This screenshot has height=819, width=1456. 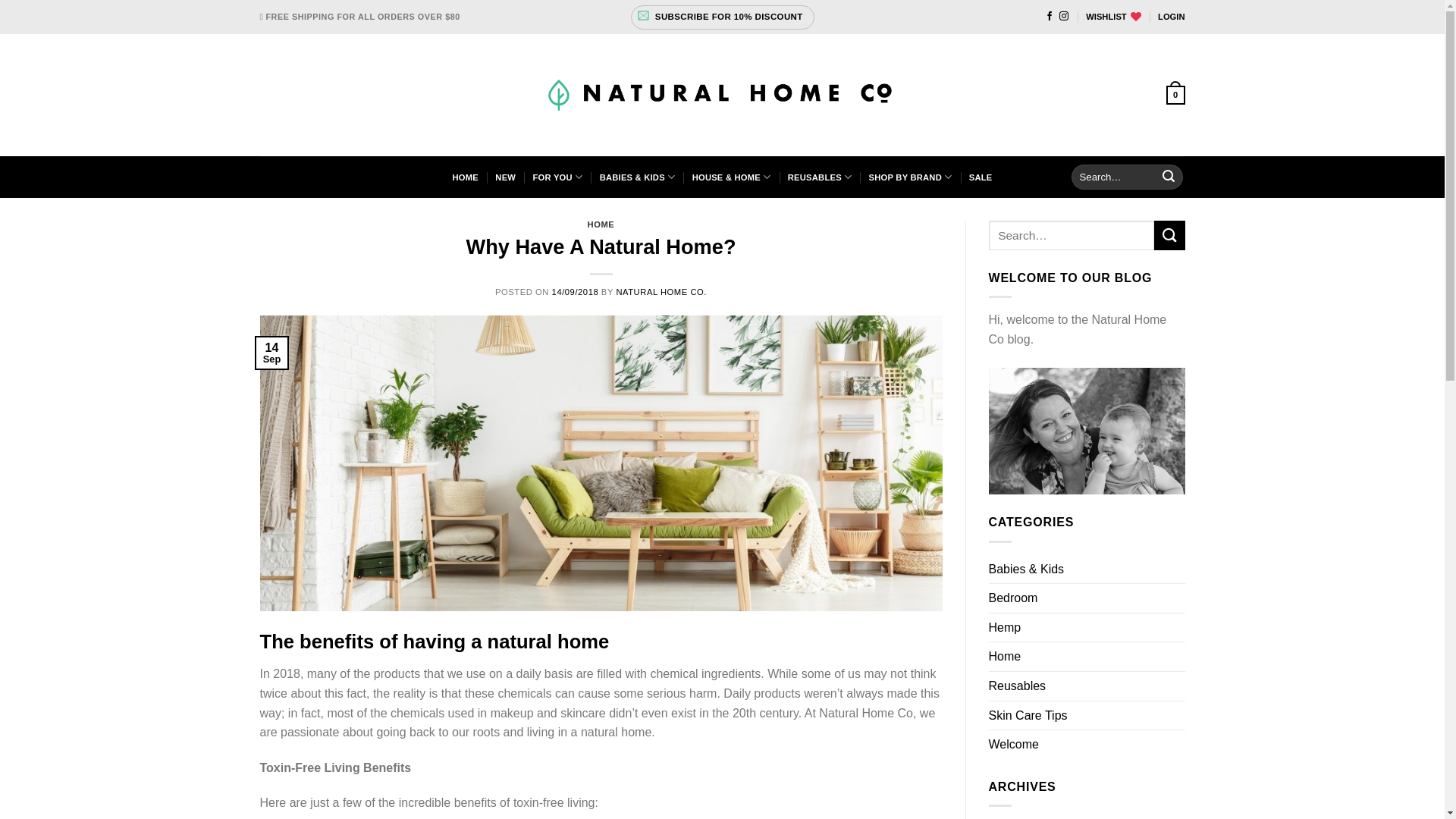 What do you see at coordinates (494, 177) in the screenshot?
I see `'NEW'` at bounding box center [494, 177].